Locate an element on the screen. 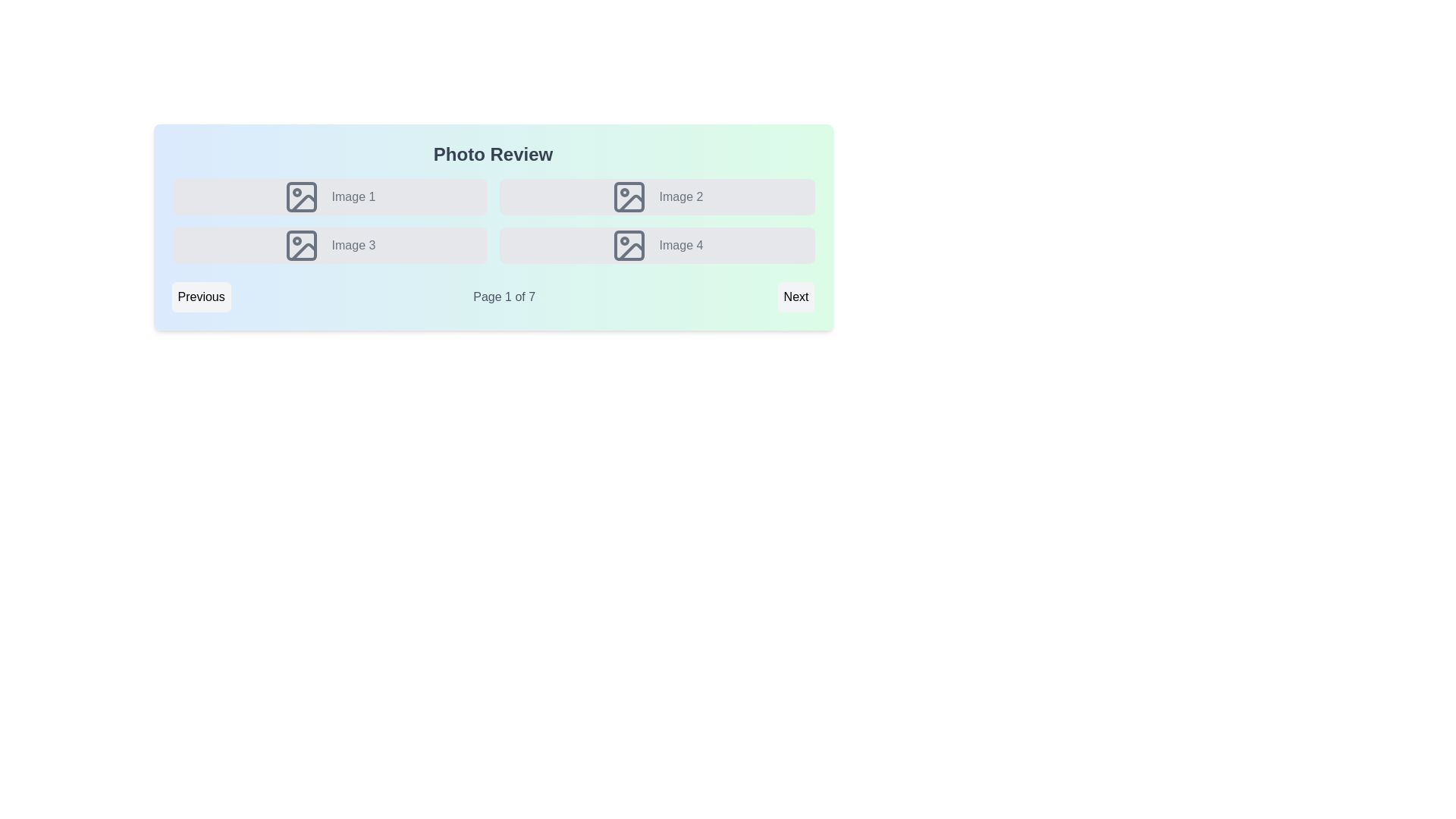 The width and height of the screenshot is (1456, 819). the 'Image 3' text label is located at coordinates (353, 245).